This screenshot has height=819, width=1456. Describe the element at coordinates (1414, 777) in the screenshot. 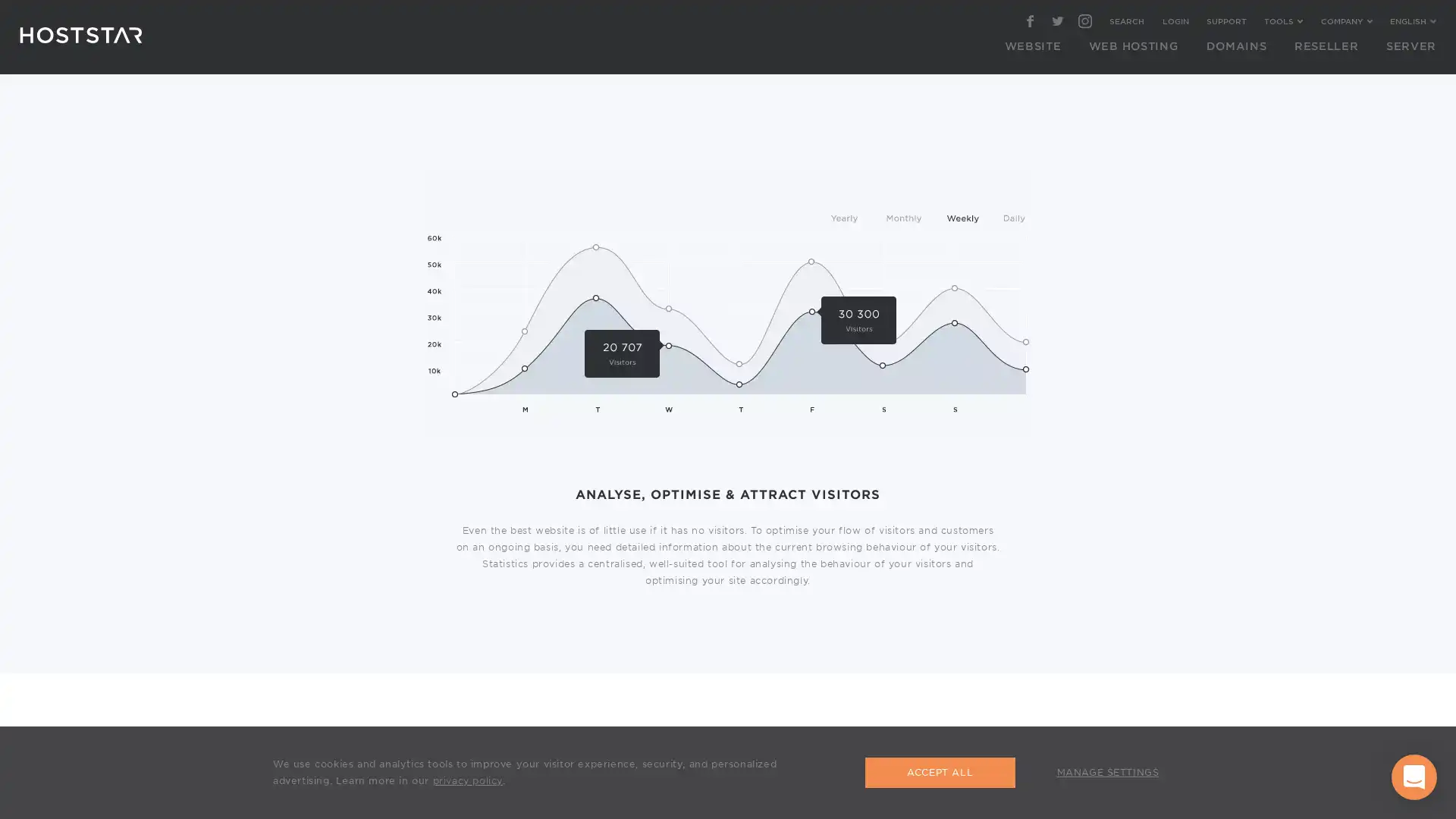

I see `Open Intercom Messenger` at that location.